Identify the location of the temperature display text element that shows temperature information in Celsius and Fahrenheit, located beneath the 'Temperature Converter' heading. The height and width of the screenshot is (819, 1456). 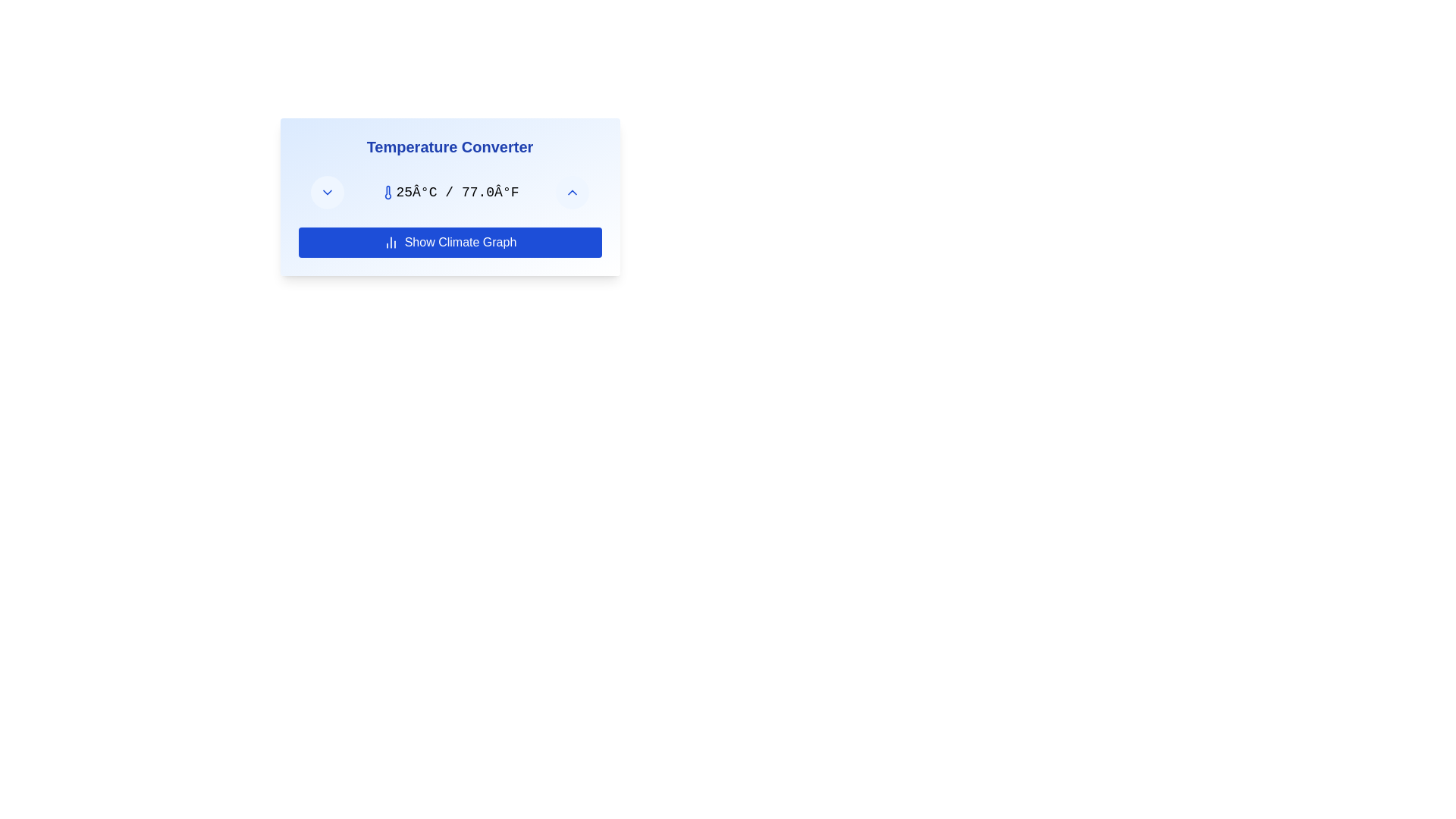
(449, 192).